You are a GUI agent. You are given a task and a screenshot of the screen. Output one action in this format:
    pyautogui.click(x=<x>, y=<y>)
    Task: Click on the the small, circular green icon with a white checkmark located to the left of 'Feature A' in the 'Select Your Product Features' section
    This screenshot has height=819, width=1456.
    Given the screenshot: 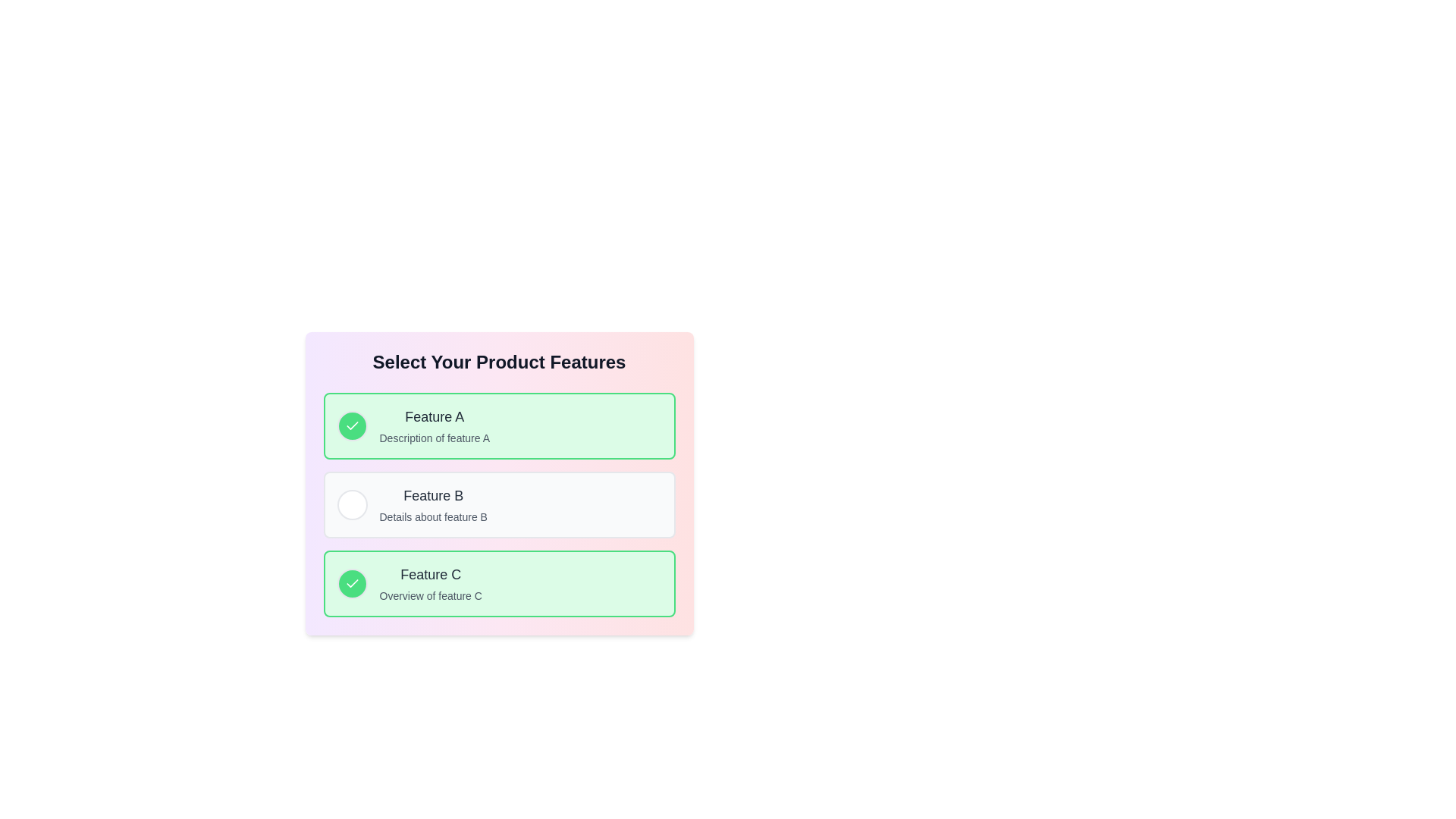 What is the action you would take?
    pyautogui.click(x=351, y=583)
    